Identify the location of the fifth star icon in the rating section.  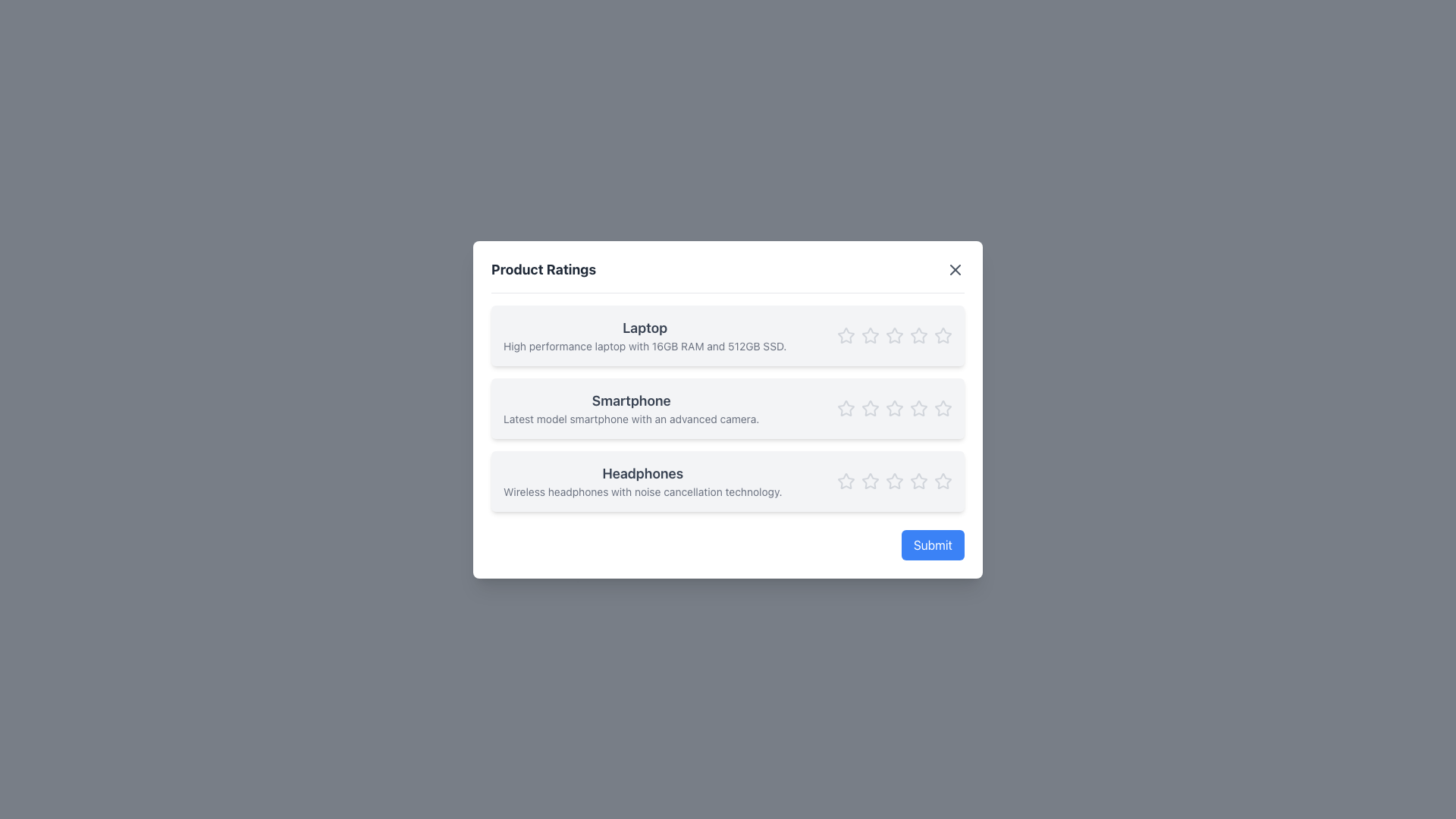
(942, 407).